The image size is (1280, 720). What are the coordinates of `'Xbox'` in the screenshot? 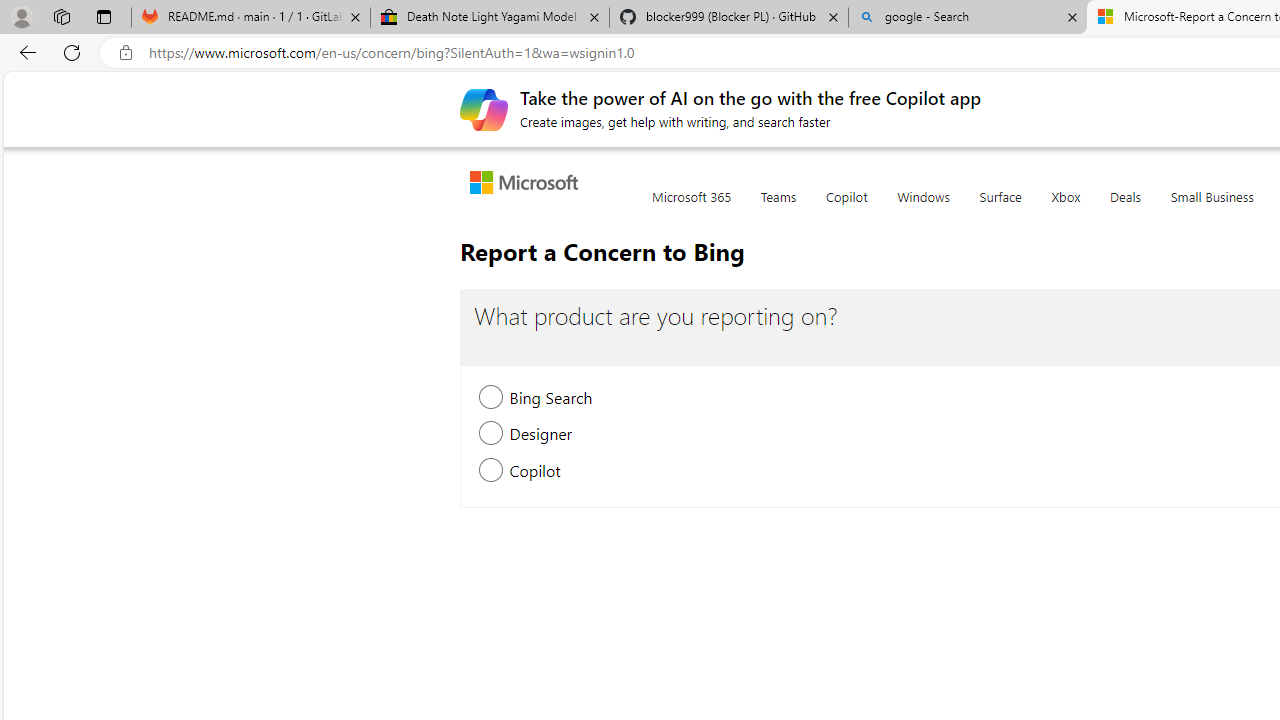 It's located at (1065, 209).